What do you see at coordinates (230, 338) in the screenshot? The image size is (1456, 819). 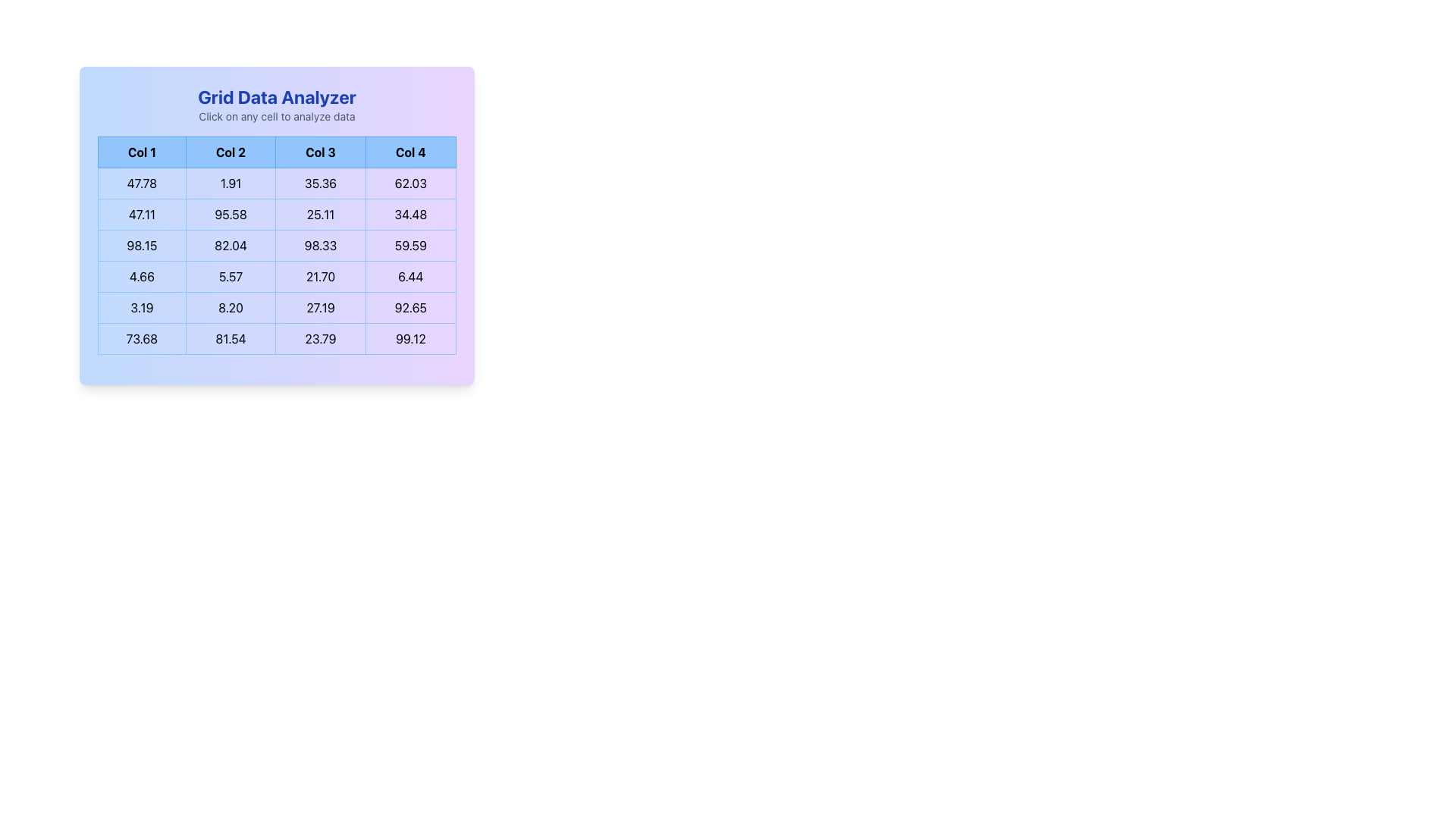 I see `the rectangular text display box containing the text '81.54', which has a light blue border` at bounding box center [230, 338].